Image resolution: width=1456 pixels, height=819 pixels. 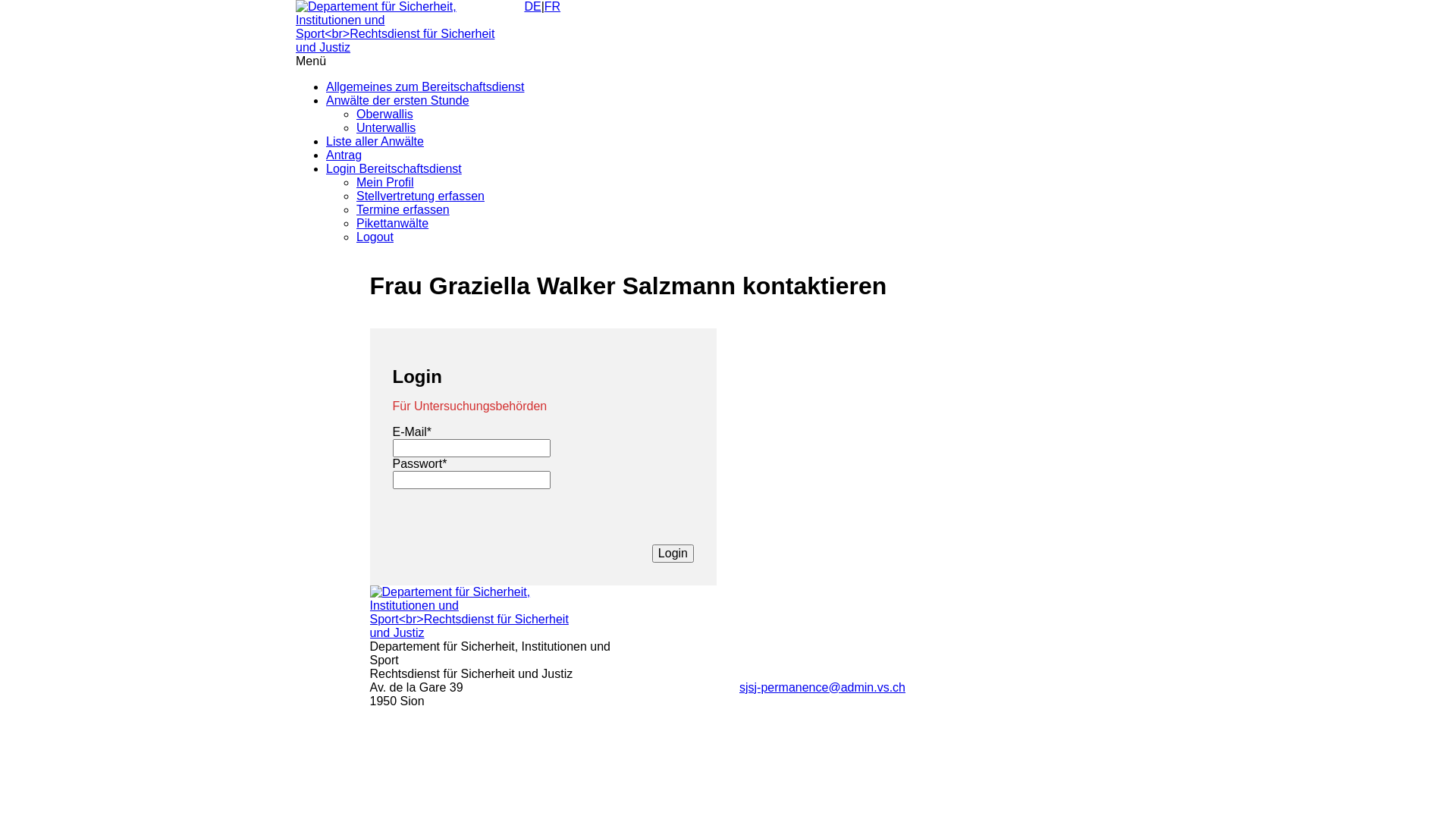 What do you see at coordinates (385, 181) in the screenshot?
I see `'Mein Profil'` at bounding box center [385, 181].